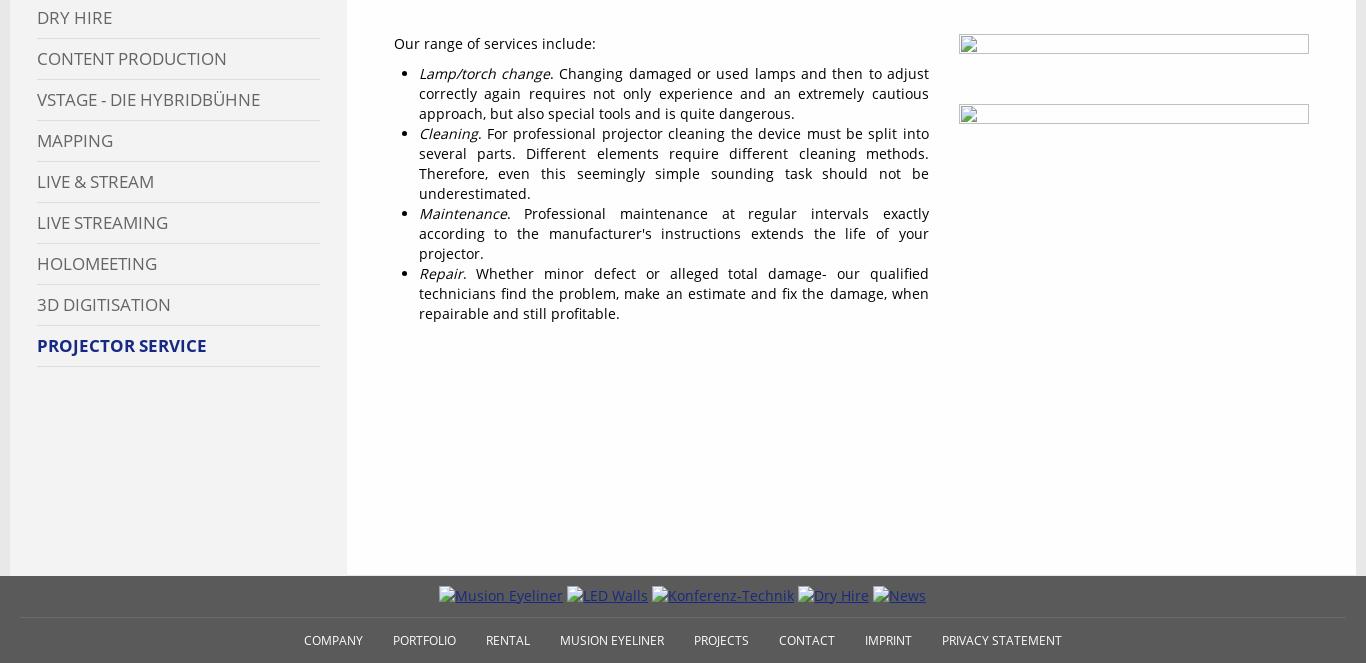 Image resolution: width=1366 pixels, height=663 pixels. I want to click on 'Our range of services include:', so click(495, 41).